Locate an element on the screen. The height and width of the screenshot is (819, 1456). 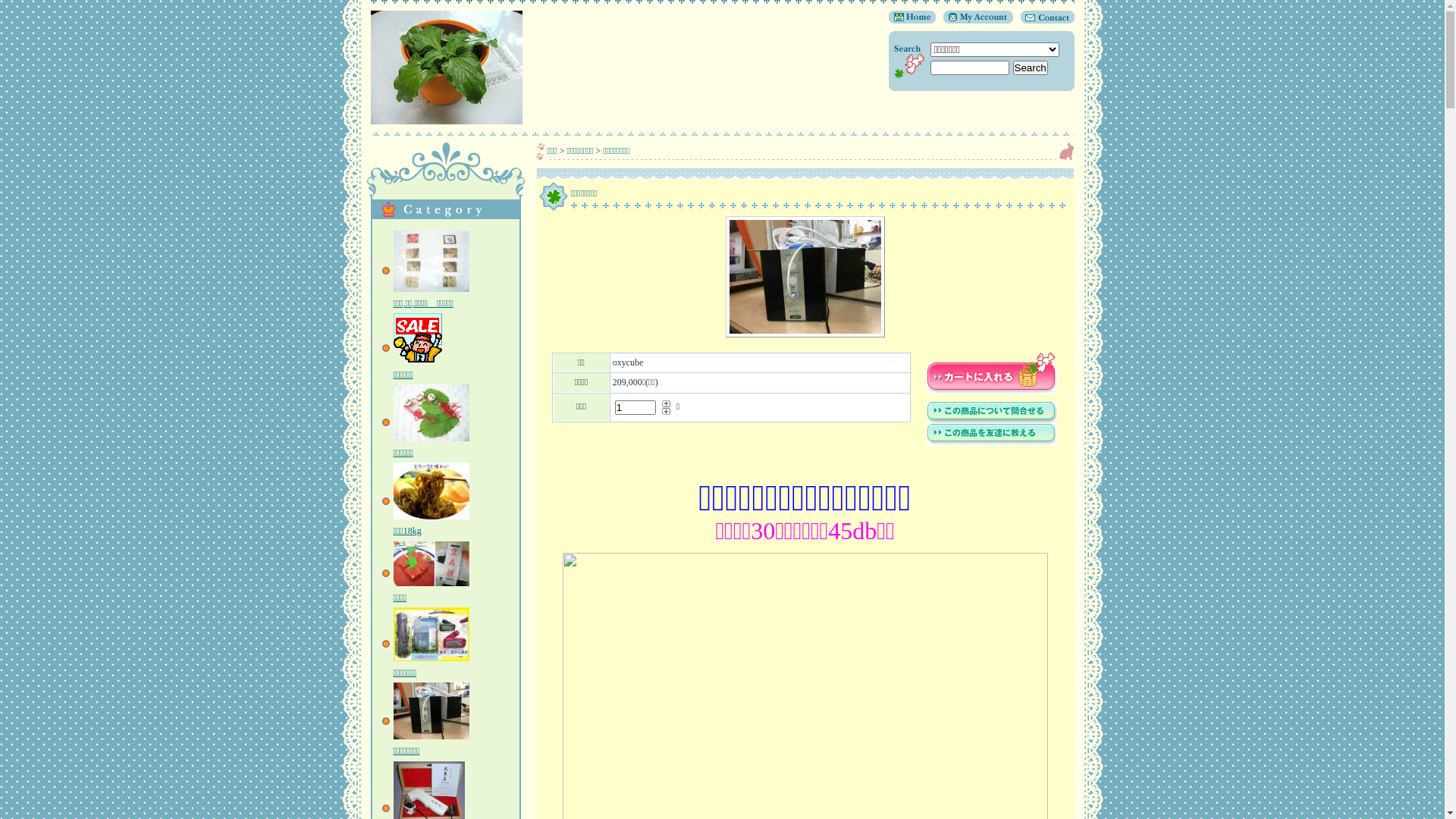
'Search' is located at coordinates (1012, 67).